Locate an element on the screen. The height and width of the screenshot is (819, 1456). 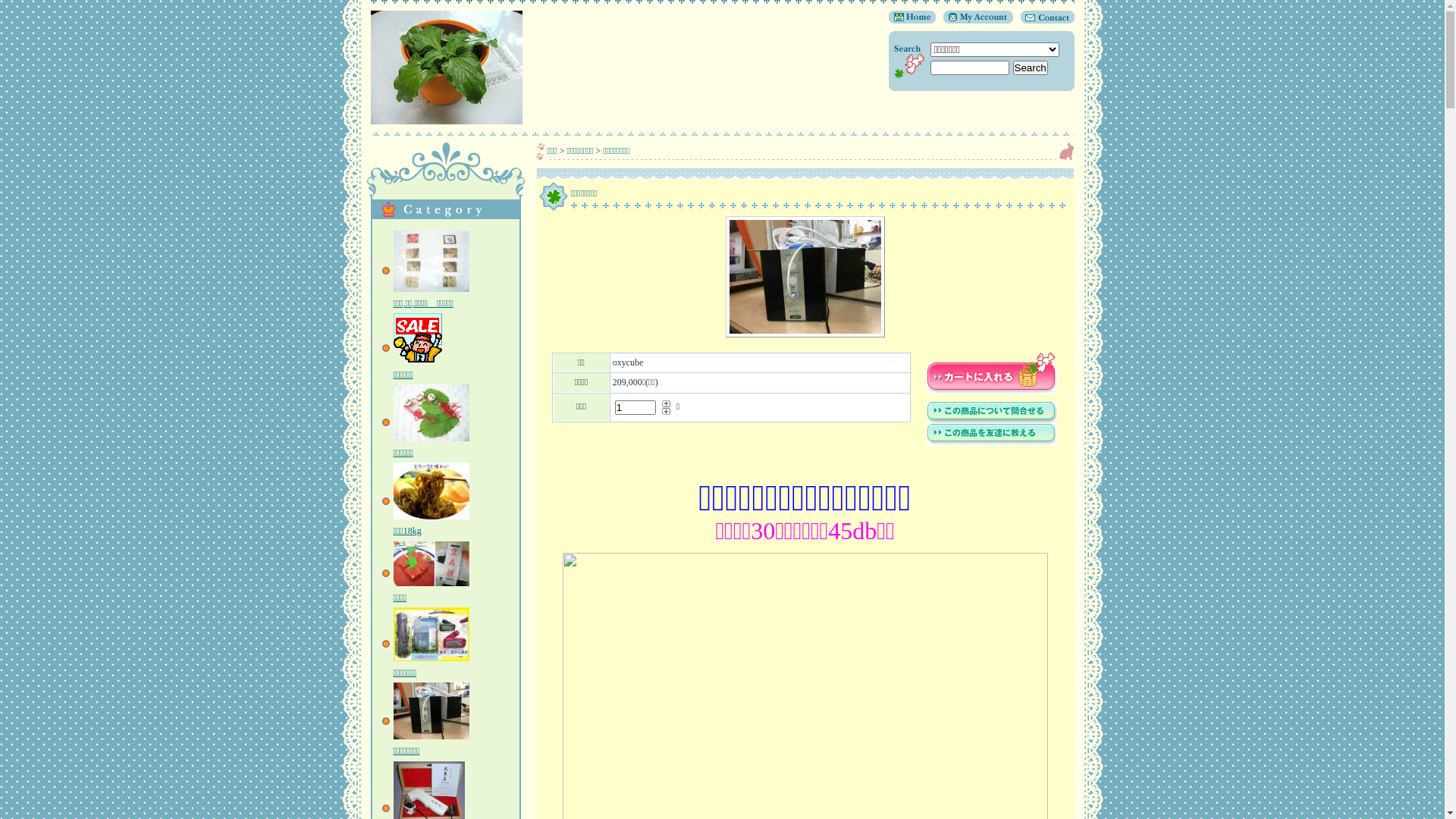
'Search' is located at coordinates (1012, 67).